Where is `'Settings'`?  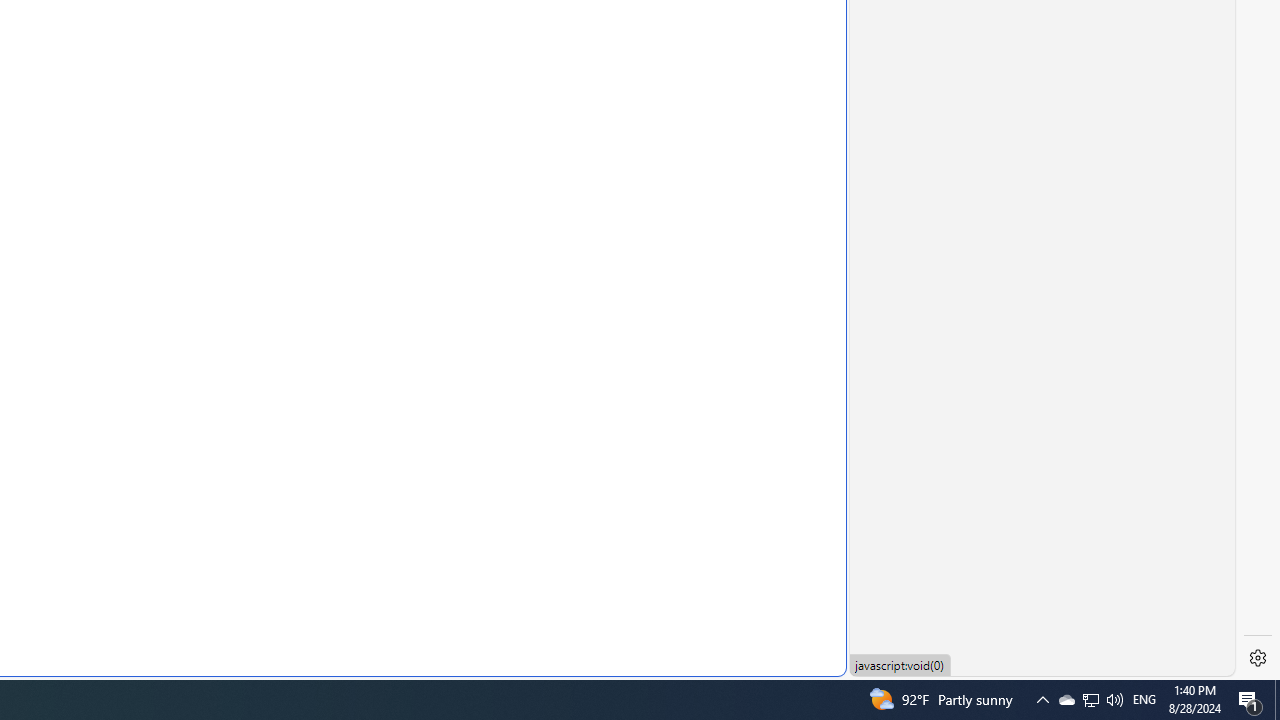 'Settings' is located at coordinates (1257, 658).